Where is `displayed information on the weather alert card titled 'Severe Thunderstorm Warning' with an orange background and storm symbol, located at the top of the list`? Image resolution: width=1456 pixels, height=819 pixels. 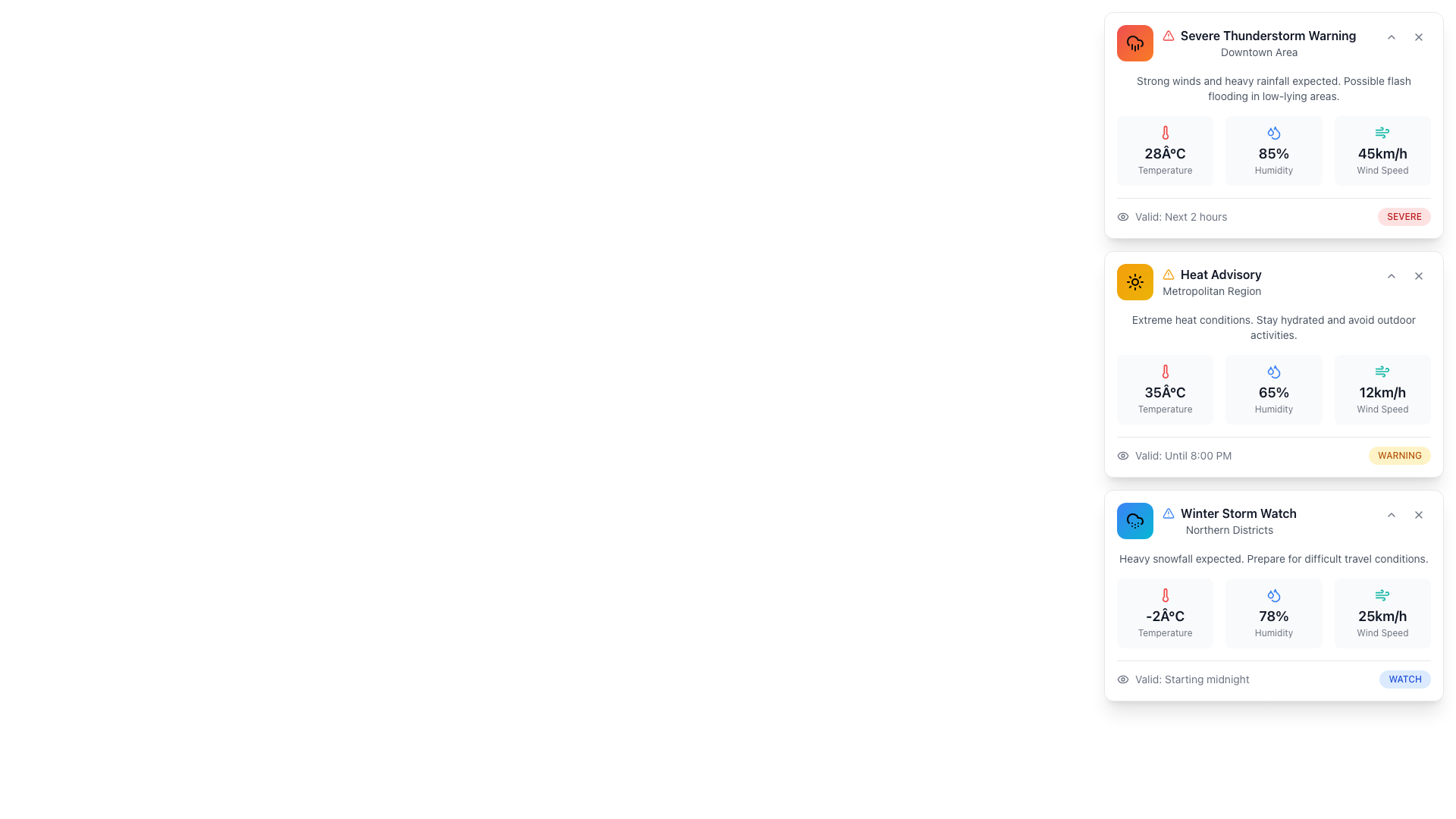 displayed information on the weather alert card titled 'Severe Thunderstorm Warning' with an orange background and storm symbol, located at the top of the list is located at coordinates (1274, 124).